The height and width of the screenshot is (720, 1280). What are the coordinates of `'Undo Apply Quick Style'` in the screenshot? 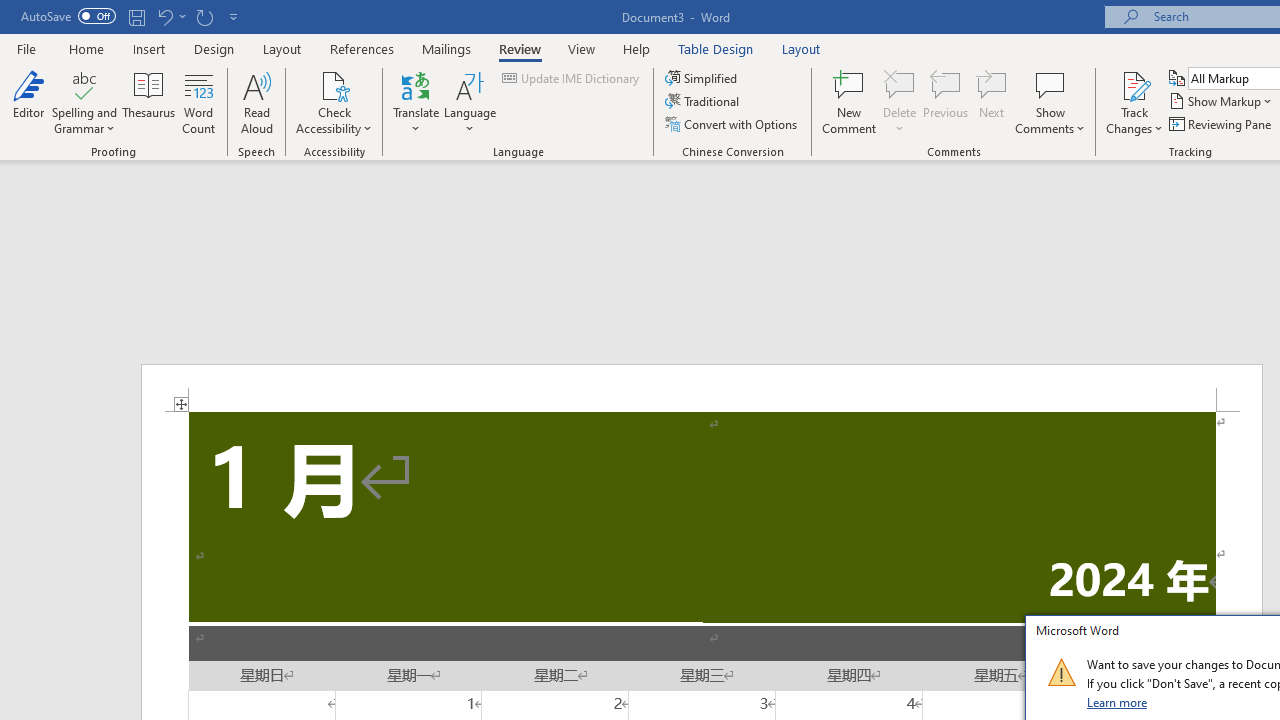 It's located at (164, 16).